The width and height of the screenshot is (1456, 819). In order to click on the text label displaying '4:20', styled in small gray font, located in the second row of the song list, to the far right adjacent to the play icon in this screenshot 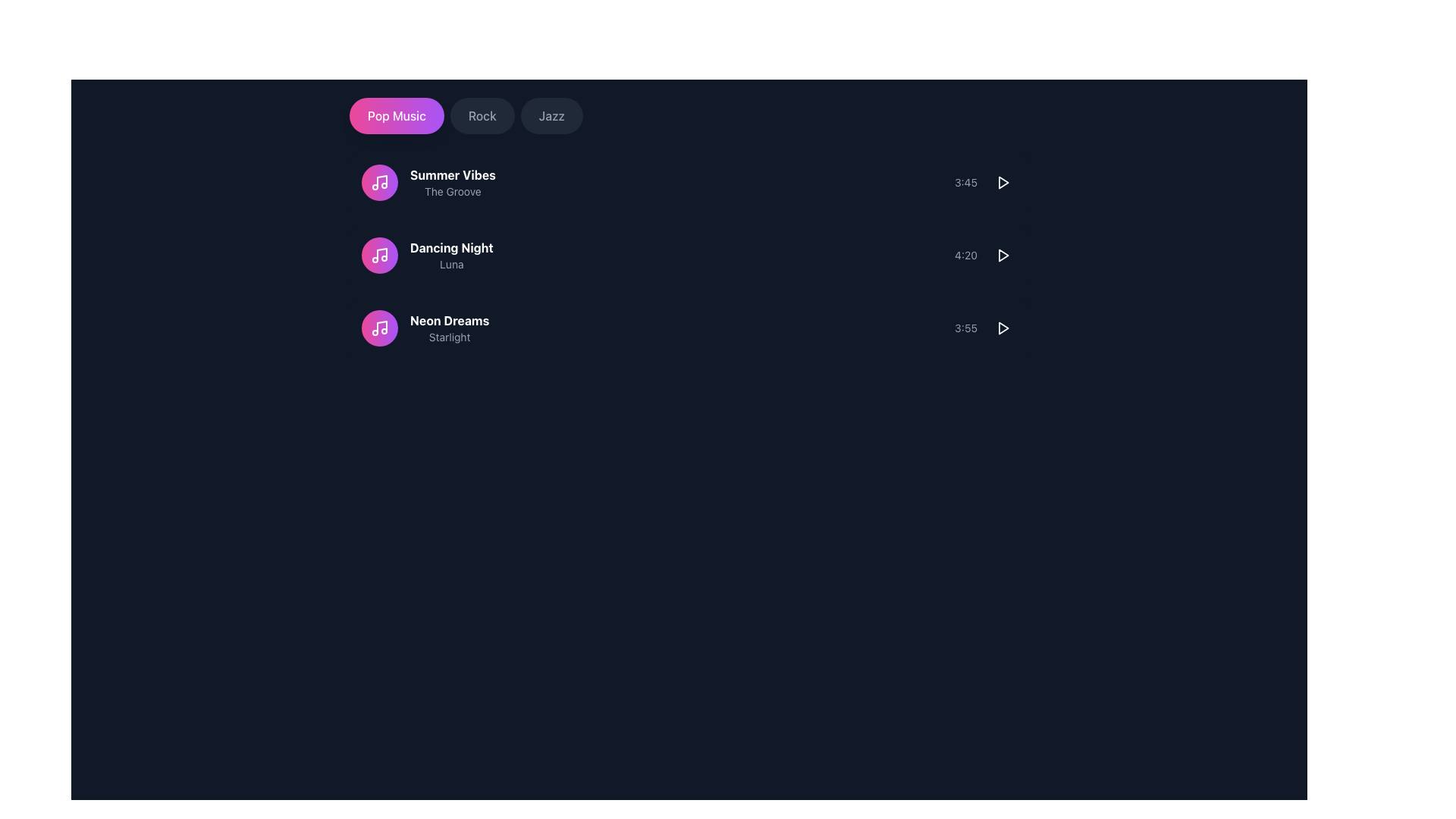, I will do `click(965, 254)`.